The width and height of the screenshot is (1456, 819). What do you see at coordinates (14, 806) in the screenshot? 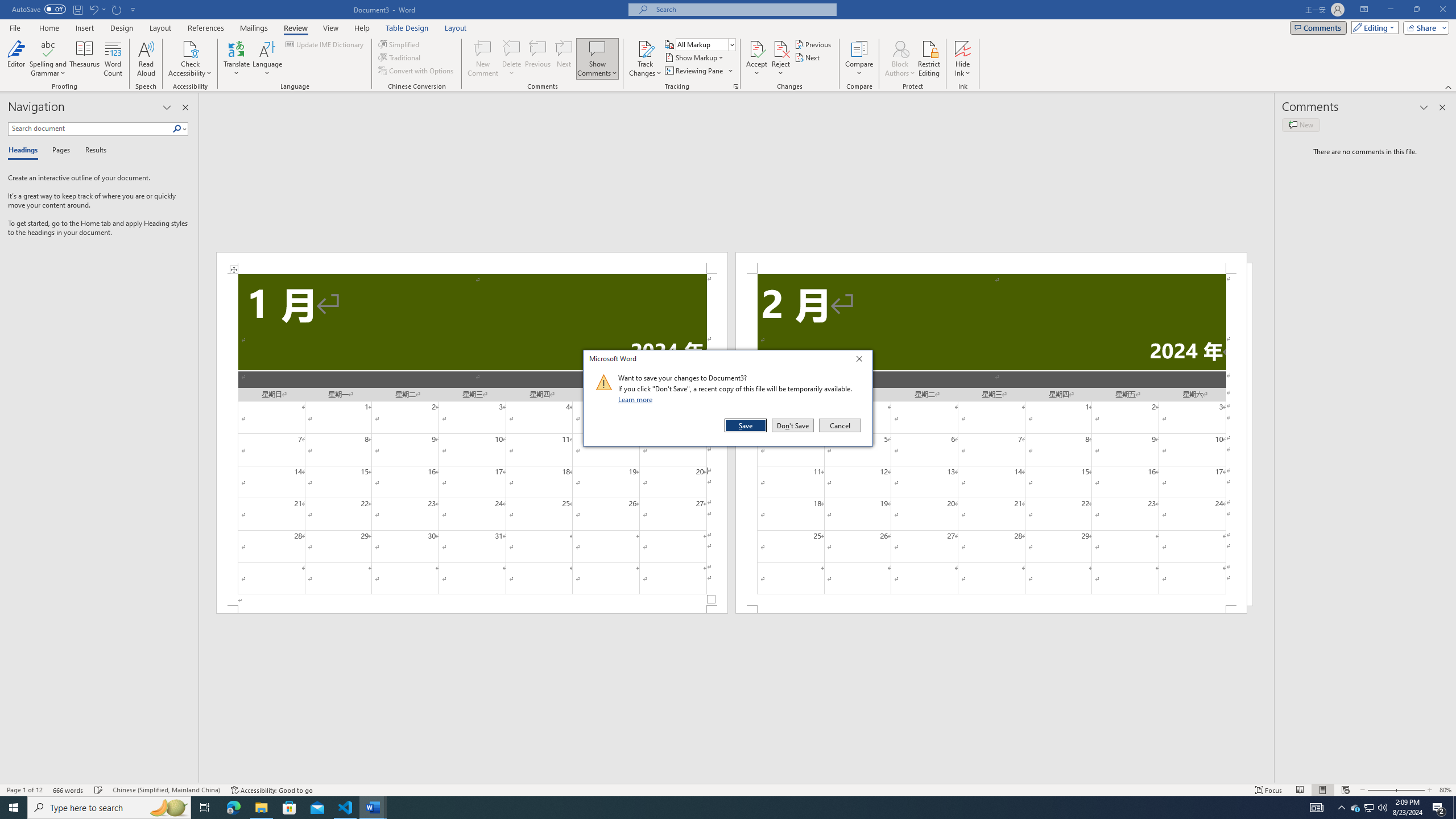
I see `'Start'` at bounding box center [14, 806].